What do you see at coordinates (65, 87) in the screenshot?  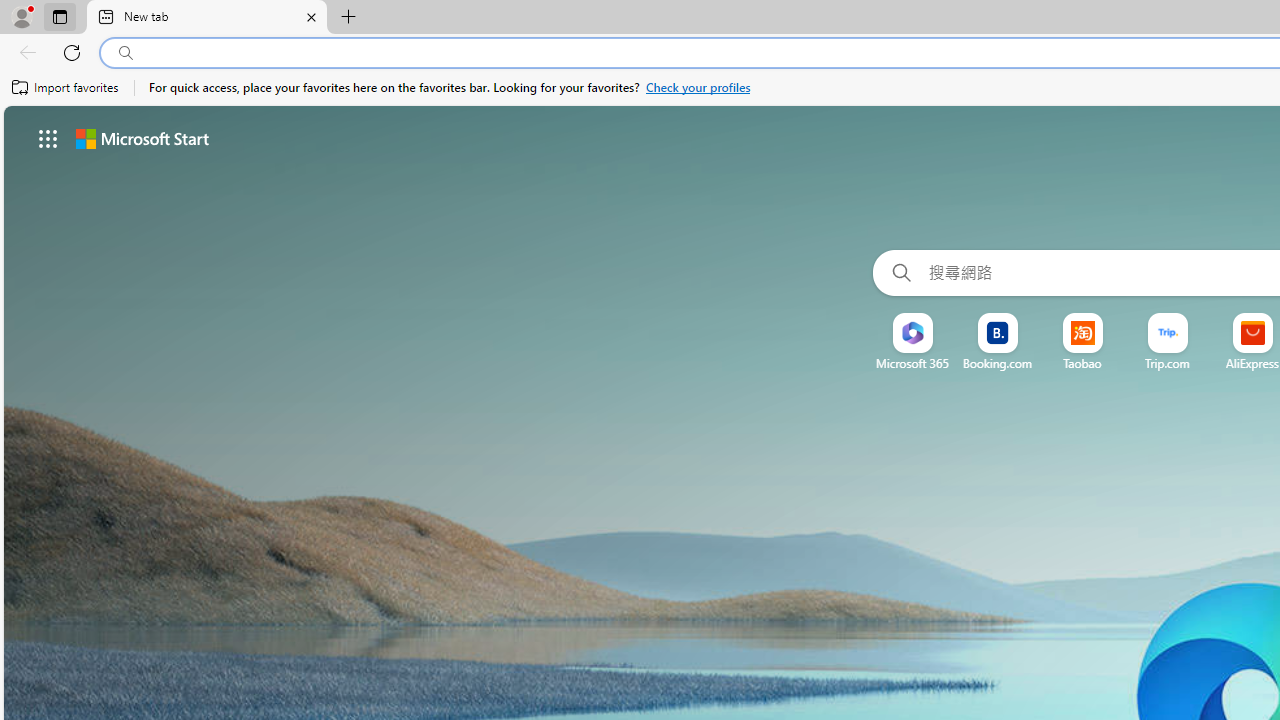 I see `'Import favorites'` at bounding box center [65, 87].